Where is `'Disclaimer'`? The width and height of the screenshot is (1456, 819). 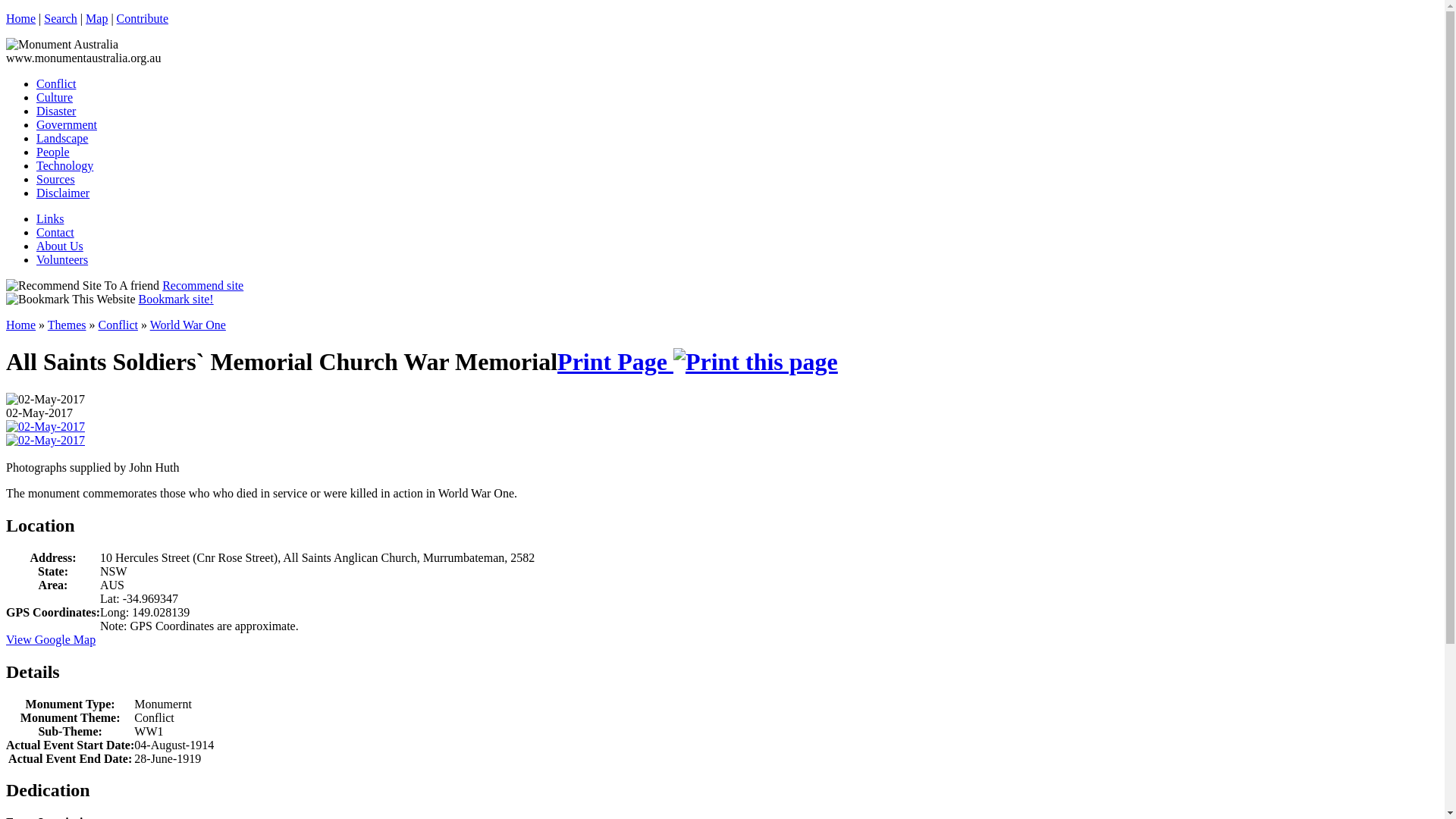
'Disclaimer' is located at coordinates (61, 192).